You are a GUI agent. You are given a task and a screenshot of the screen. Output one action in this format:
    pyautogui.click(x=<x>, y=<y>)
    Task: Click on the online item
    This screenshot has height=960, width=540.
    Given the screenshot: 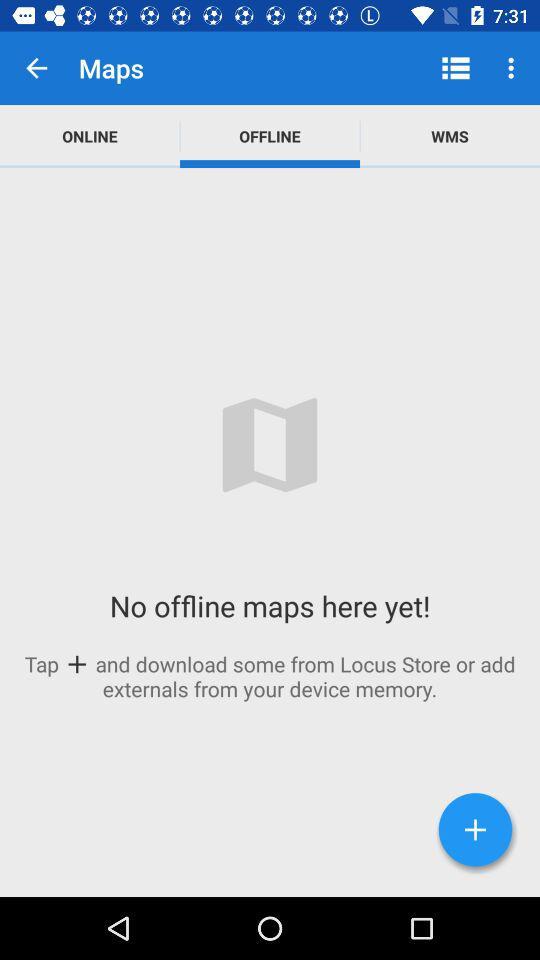 What is the action you would take?
    pyautogui.click(x=89, y=135)
    